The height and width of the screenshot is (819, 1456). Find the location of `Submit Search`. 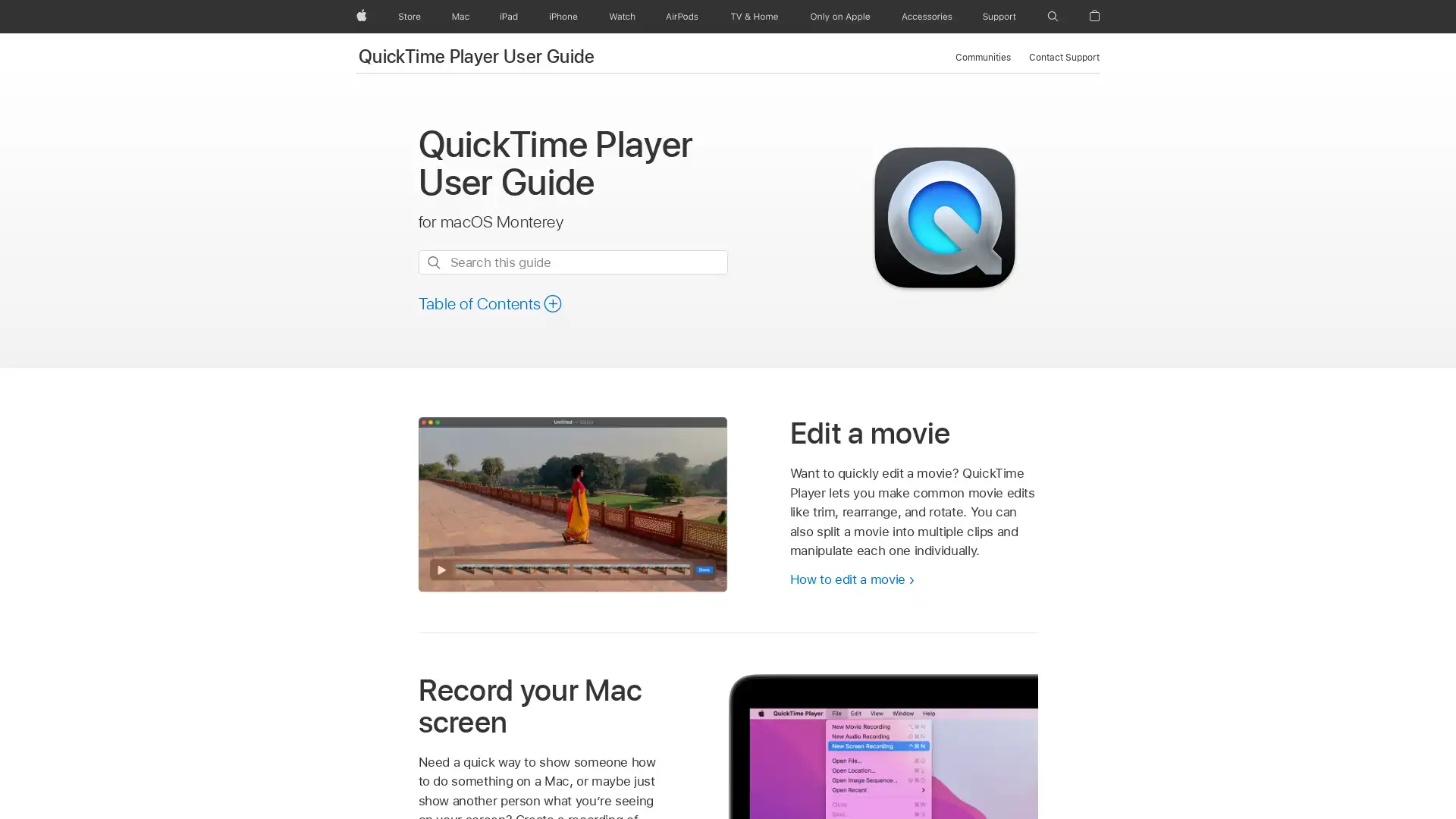

Submit Search is located at coordinates (432, 262).